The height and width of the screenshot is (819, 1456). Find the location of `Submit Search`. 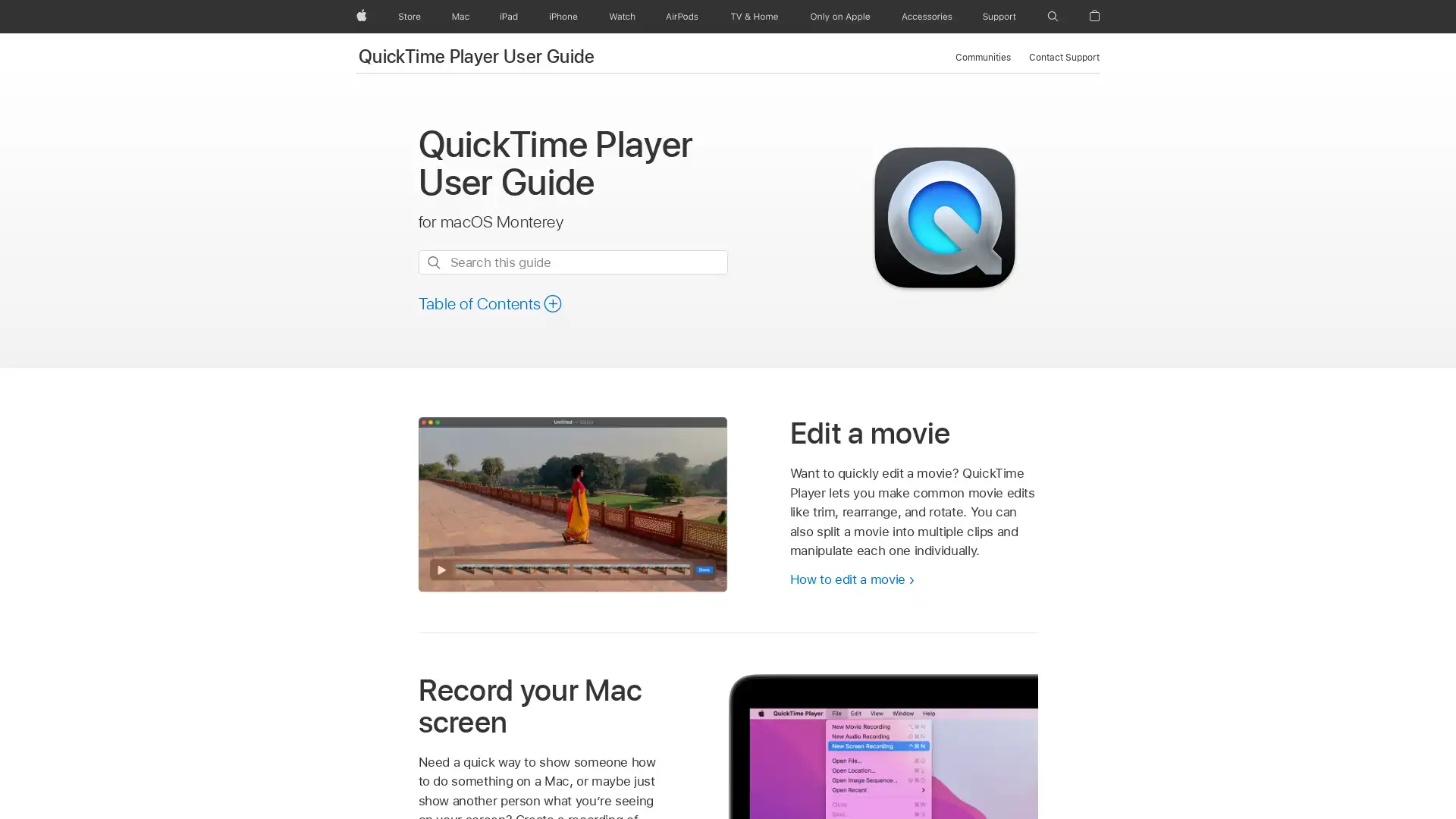

Submit Search is located at coordinates (432, 262).